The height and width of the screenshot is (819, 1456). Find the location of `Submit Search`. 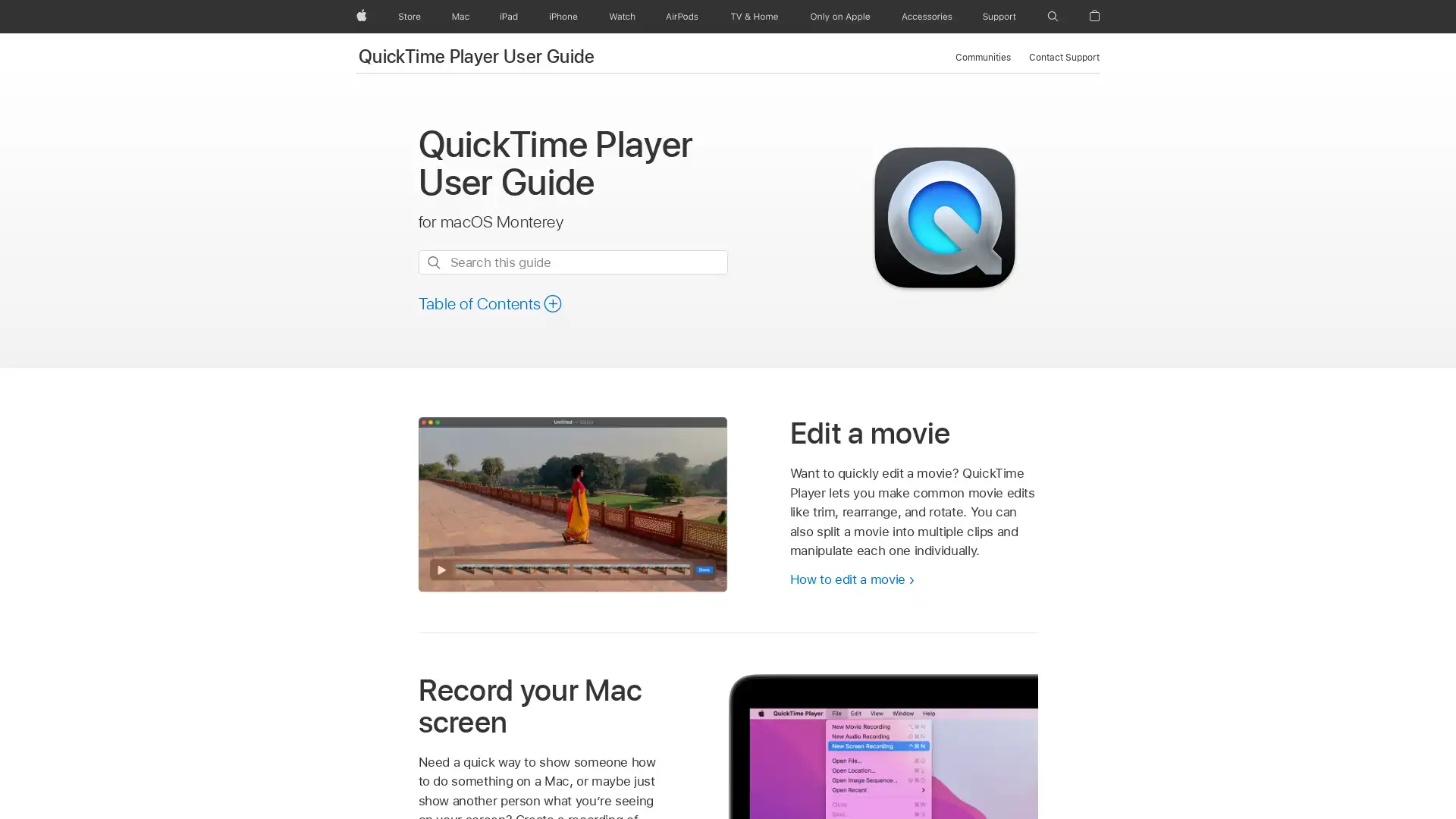

Submit Search is located at coordinates (432, 262).